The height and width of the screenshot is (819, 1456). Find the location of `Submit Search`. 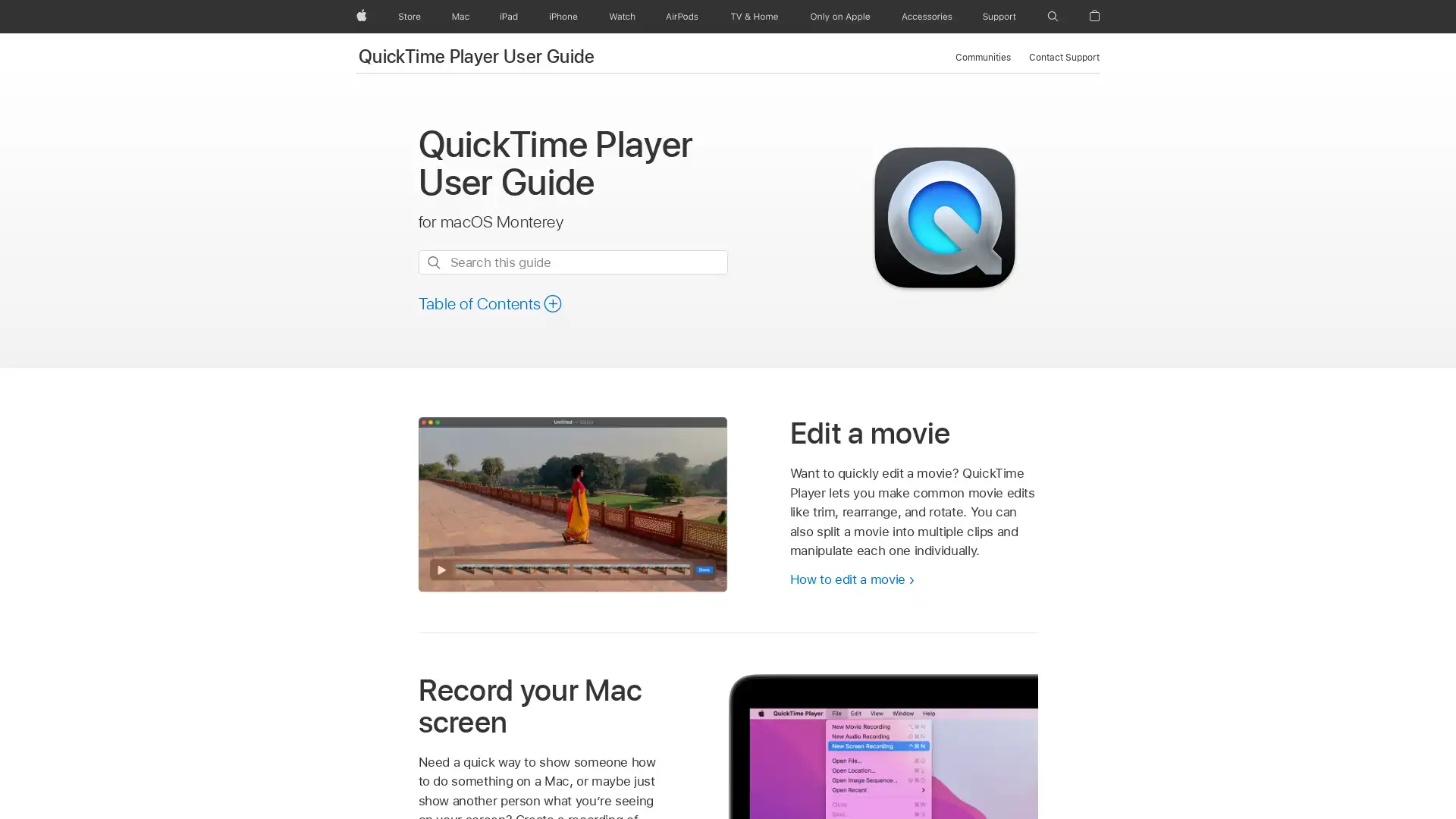

Submit Search is located at coordinates (432, 262).